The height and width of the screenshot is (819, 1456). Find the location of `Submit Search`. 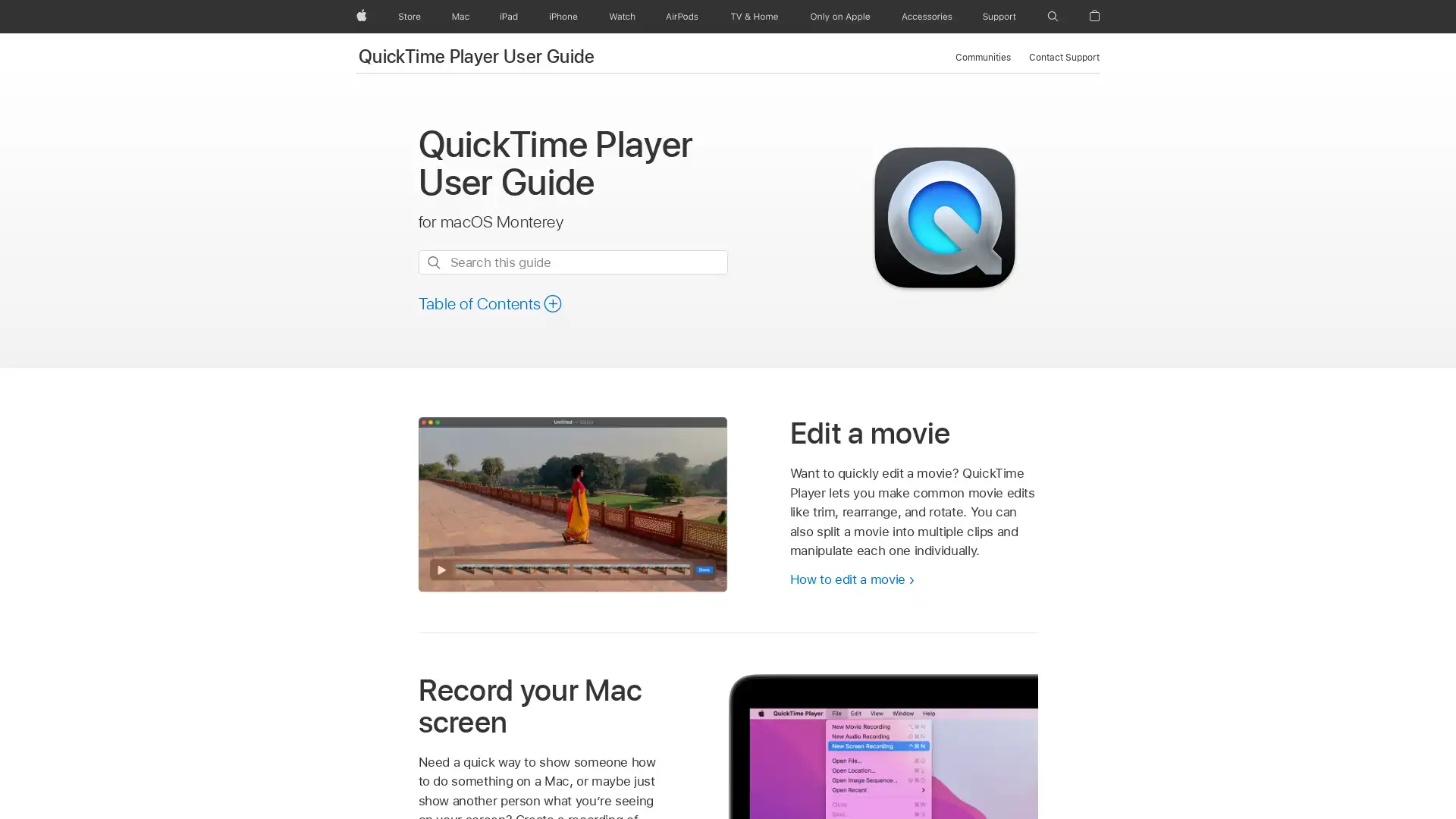

Submit Search is located at coordinates (432, 262).